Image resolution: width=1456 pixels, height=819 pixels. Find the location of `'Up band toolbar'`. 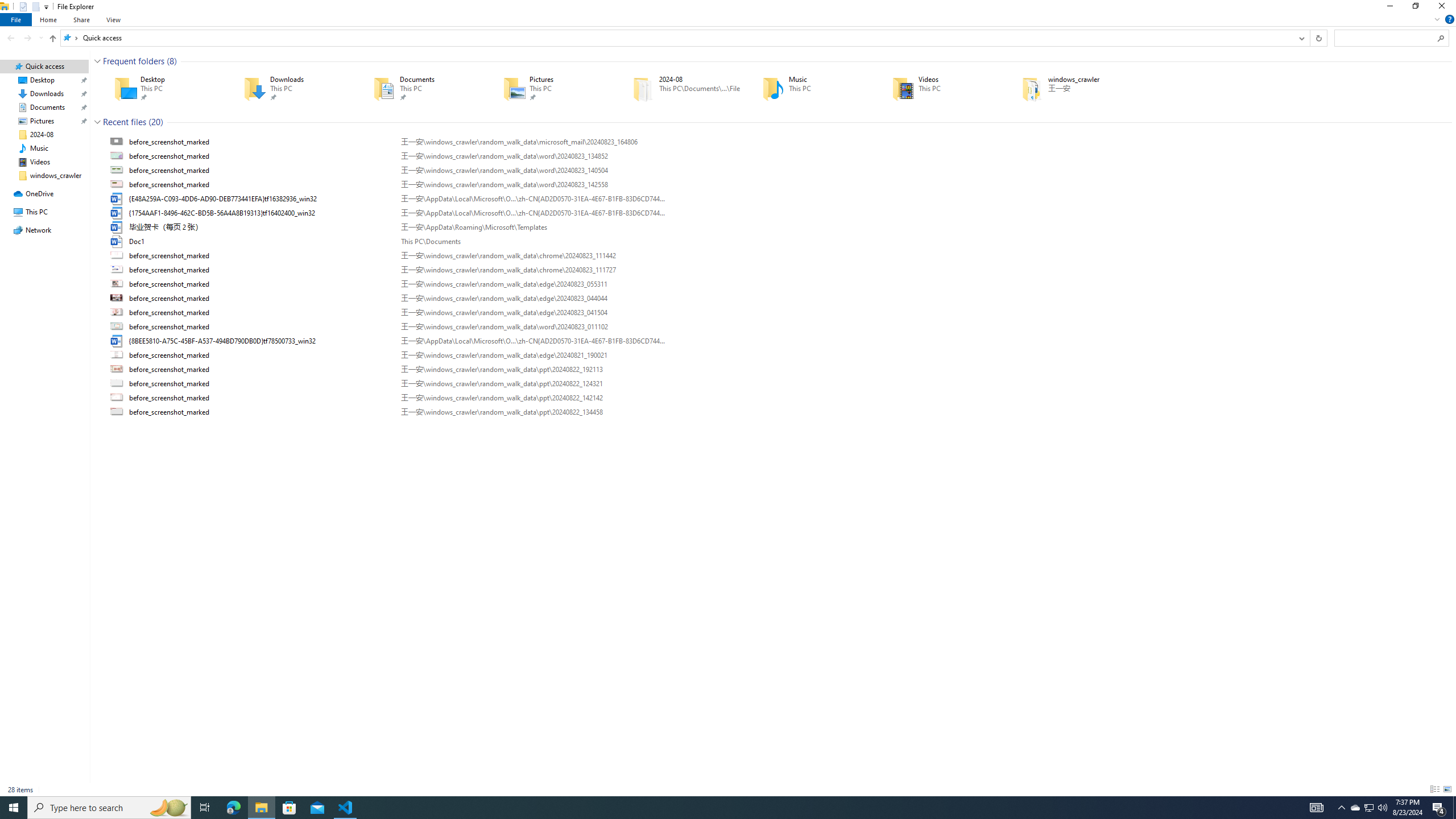

'Up band toolbar' is located at coordinates (53, 39).